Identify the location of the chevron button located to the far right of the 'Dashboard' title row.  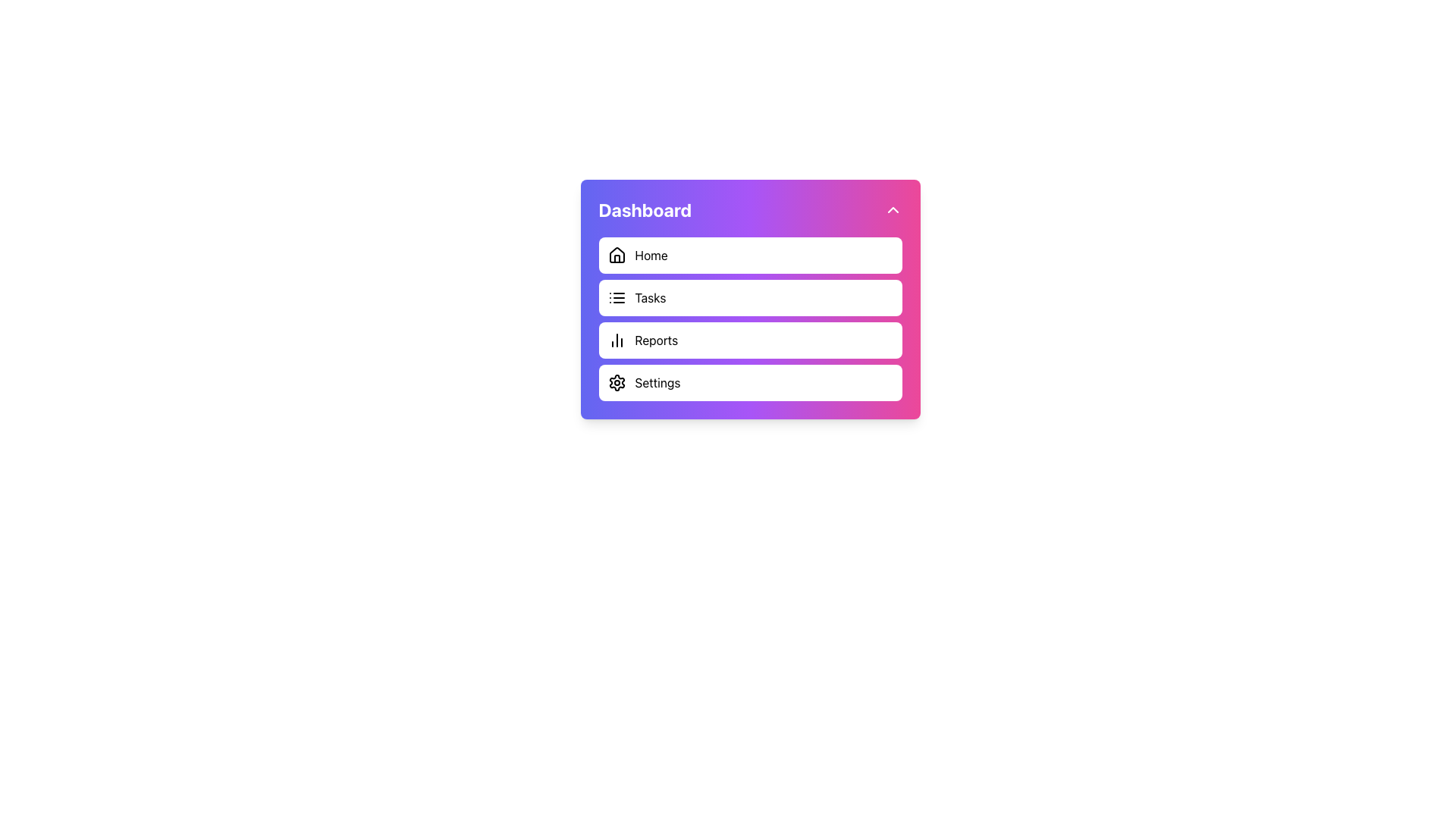
(893, 210).